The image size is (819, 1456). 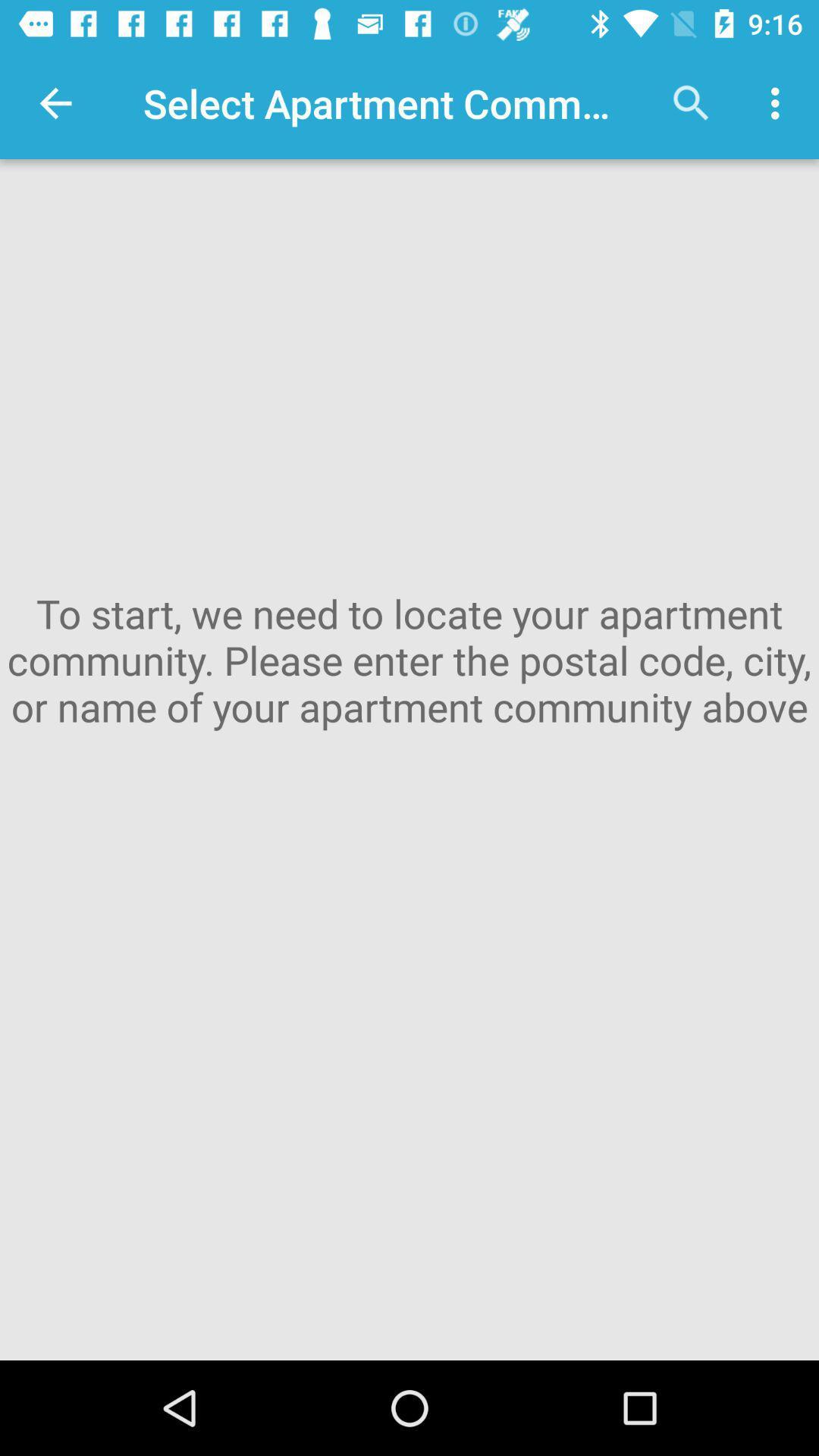 What do you see at coordinates (691, 102) in the screenshot?
I see `the item above to start we icon` at bounding box center [691, 102].